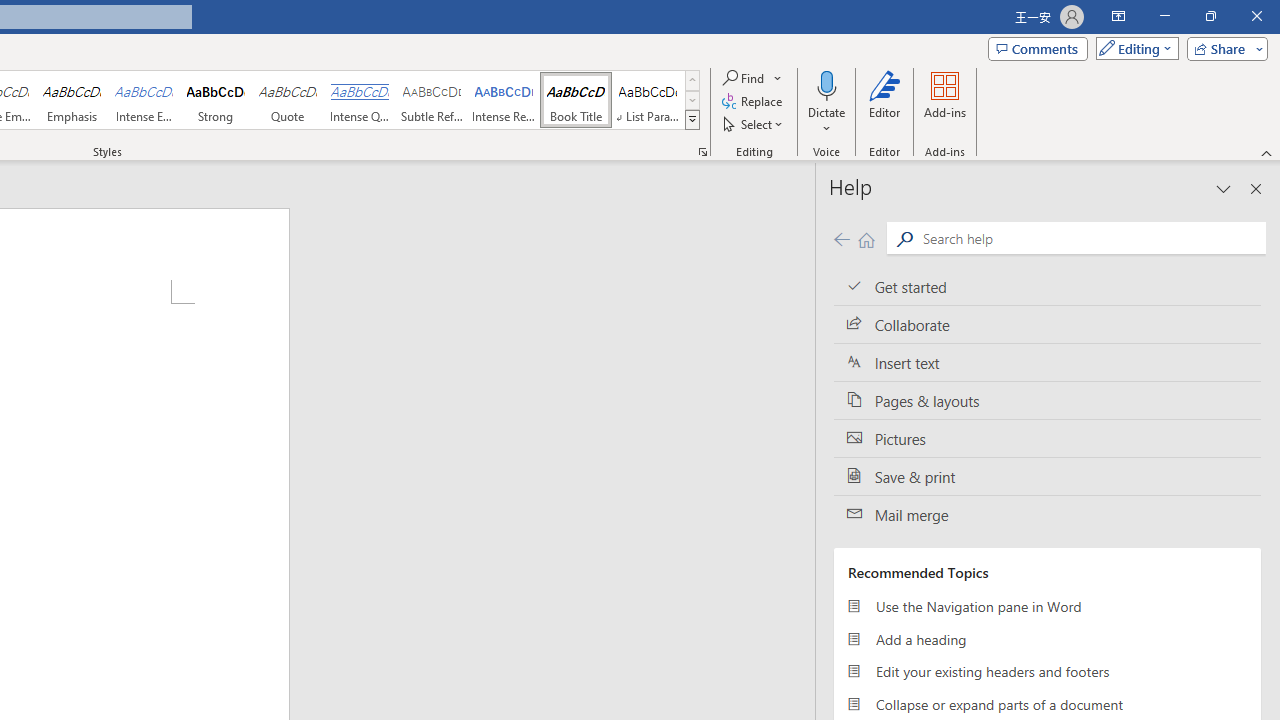 This screenshot has height=720, width=1280. What do you see at coordinates (575, 100) in the screenshot?
I see `'Book Title'` at bounding box center [575, 100].